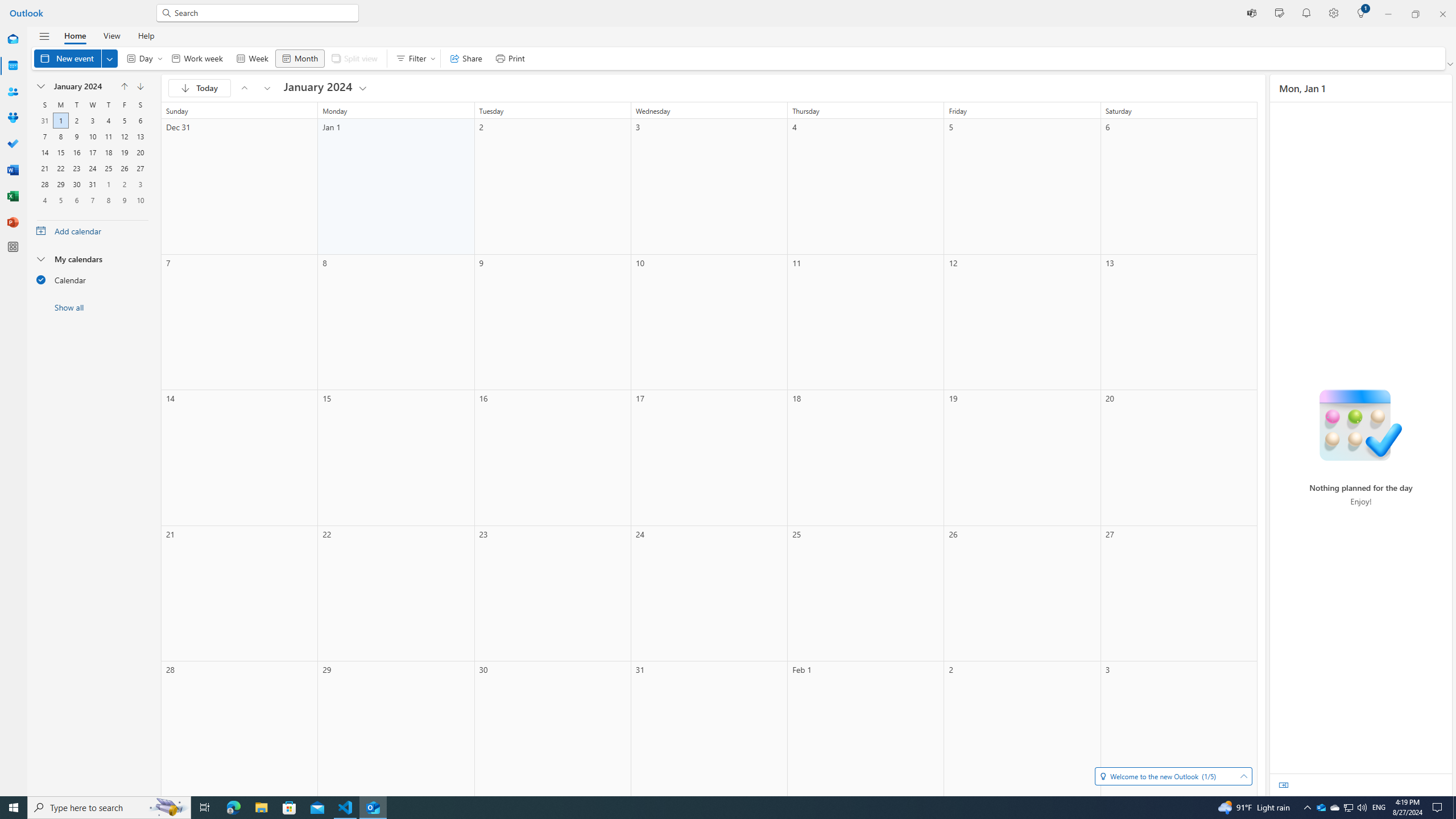 This screenshot has width=1456, height=819. What do you see at coordinates (373, 806) in the screenshot?
I see `'Outlook (new) - 1 running window'` at bounding box center [373, 806].